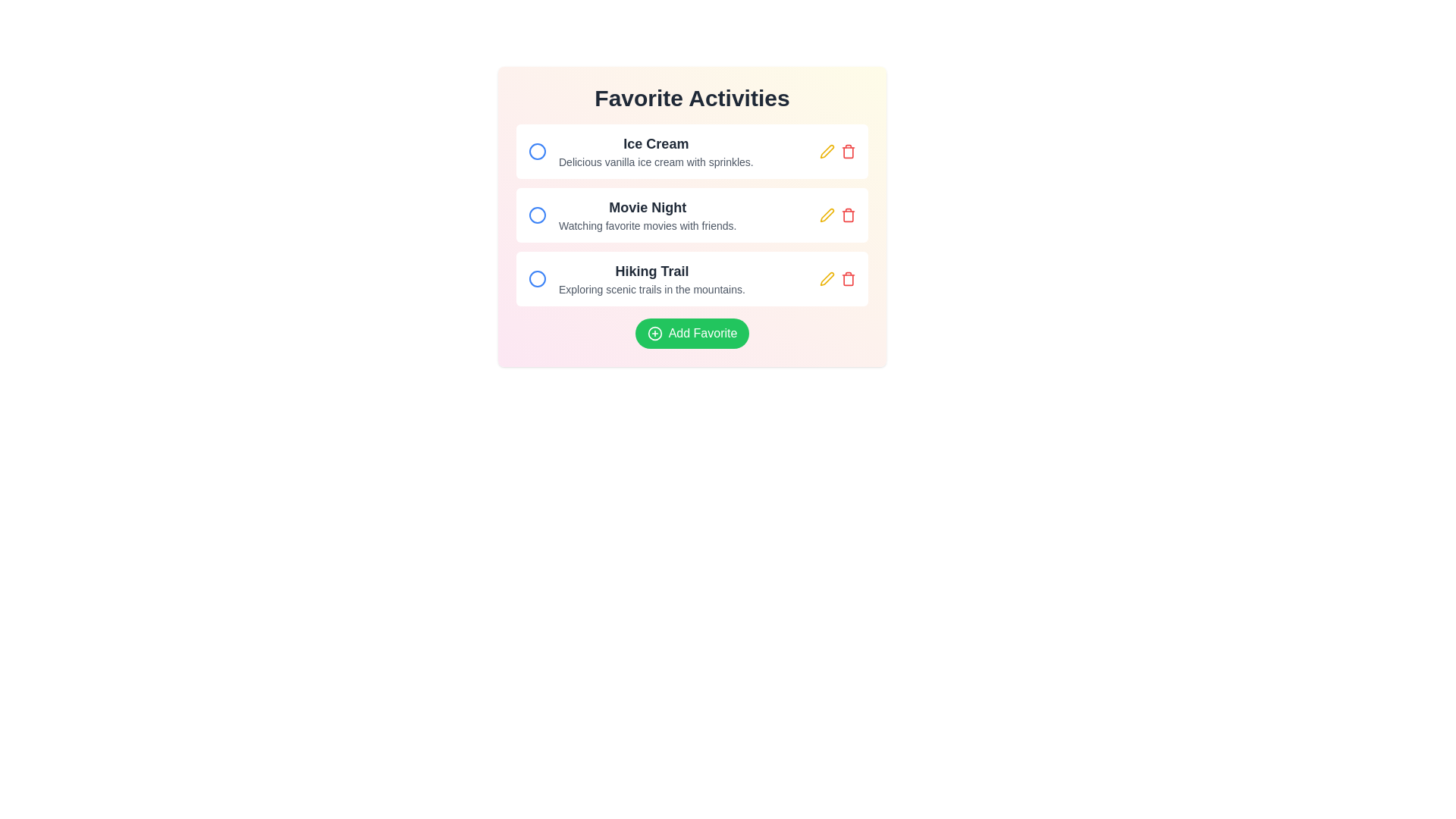 This screenshot has height=819, width=1456. I want to click on the text line reading 'Watching favorite movies with friends.' which is styled in small gray font and positioned below the bold heading 'Movie Night' in the 'Favorite Activities' section, so click(648, 225).